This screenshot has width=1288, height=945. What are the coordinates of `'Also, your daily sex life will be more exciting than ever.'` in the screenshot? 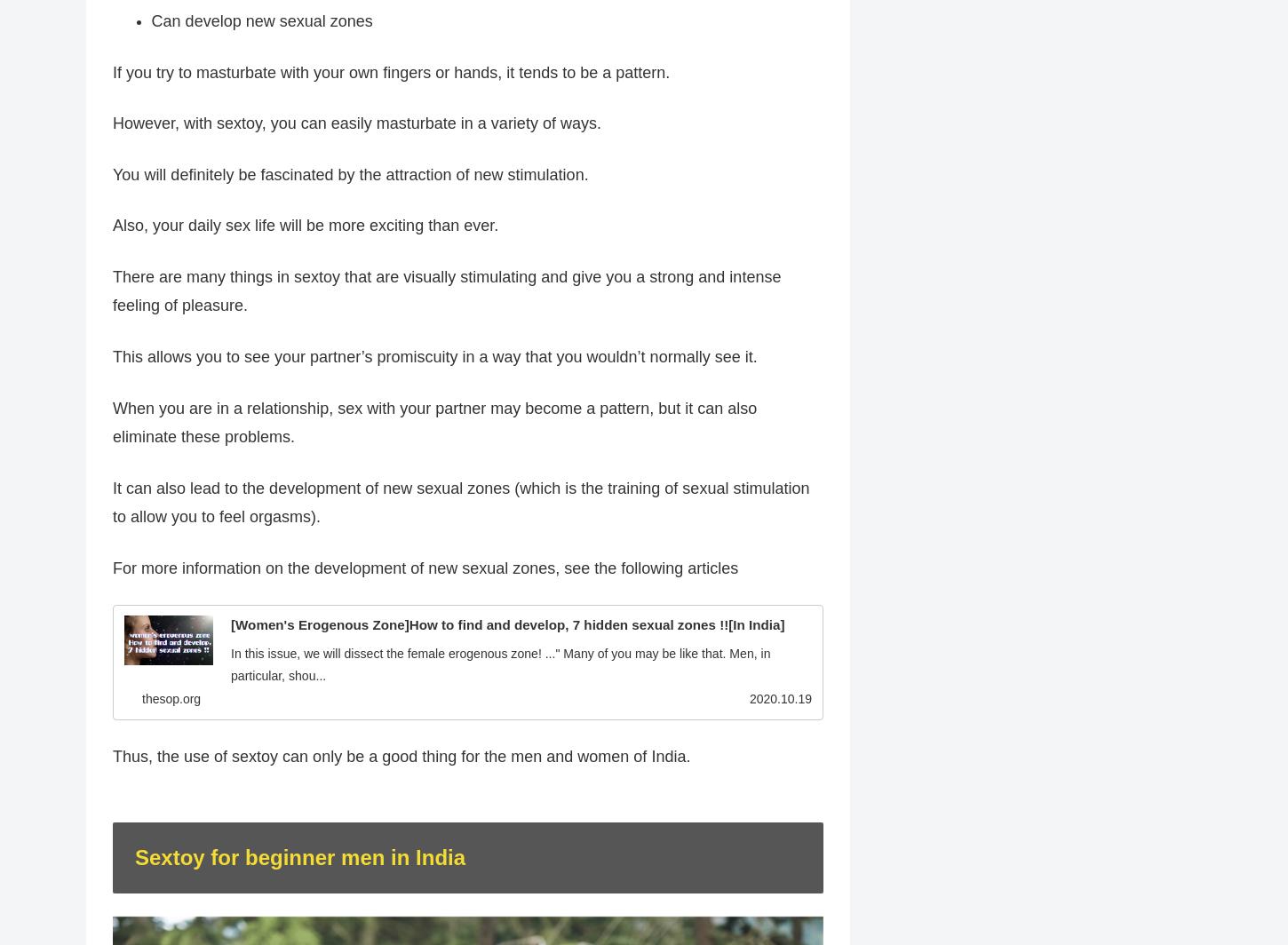 It's located at (305, 225).